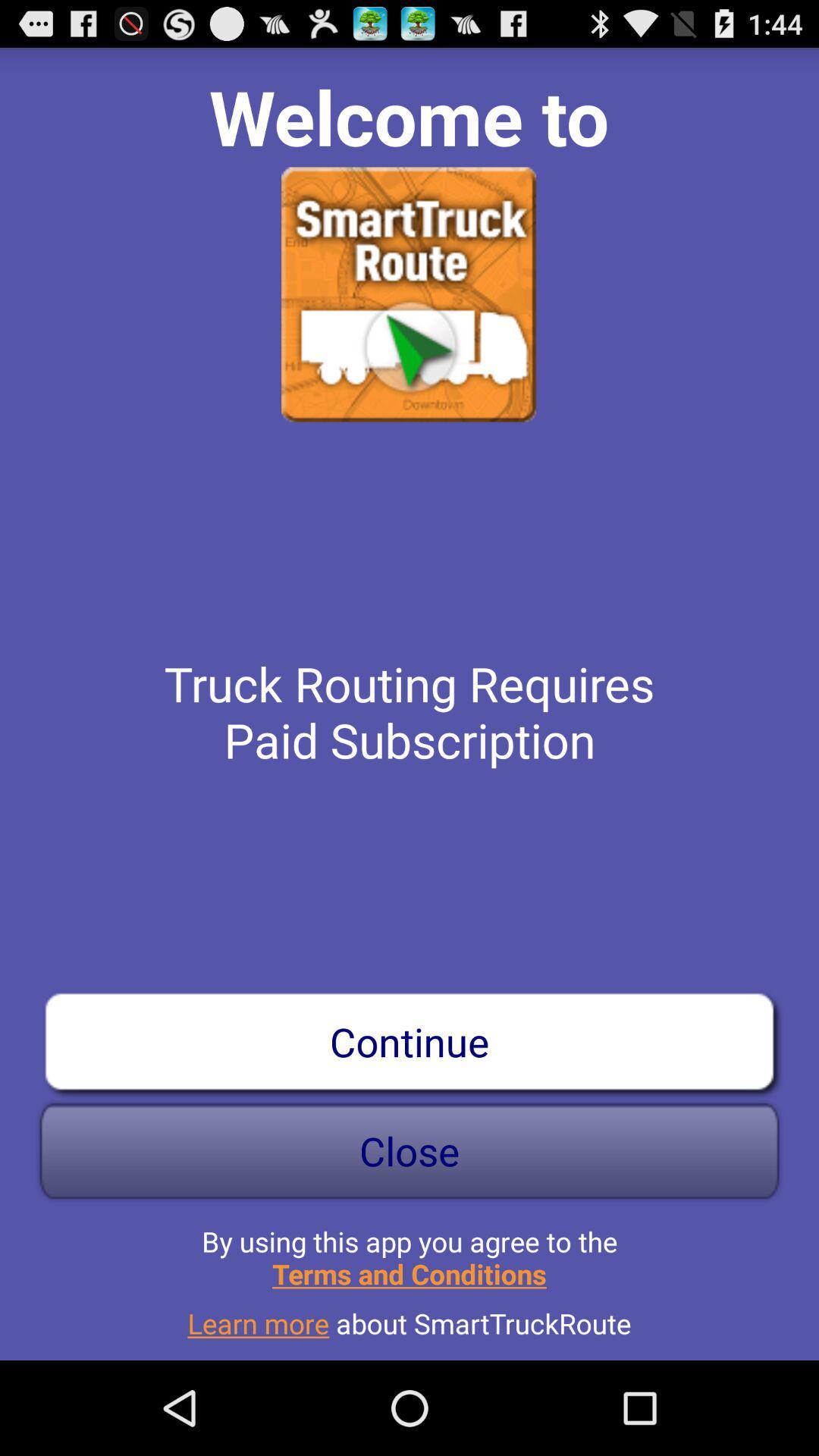  I want to click on continue button, so click(409, 1040).